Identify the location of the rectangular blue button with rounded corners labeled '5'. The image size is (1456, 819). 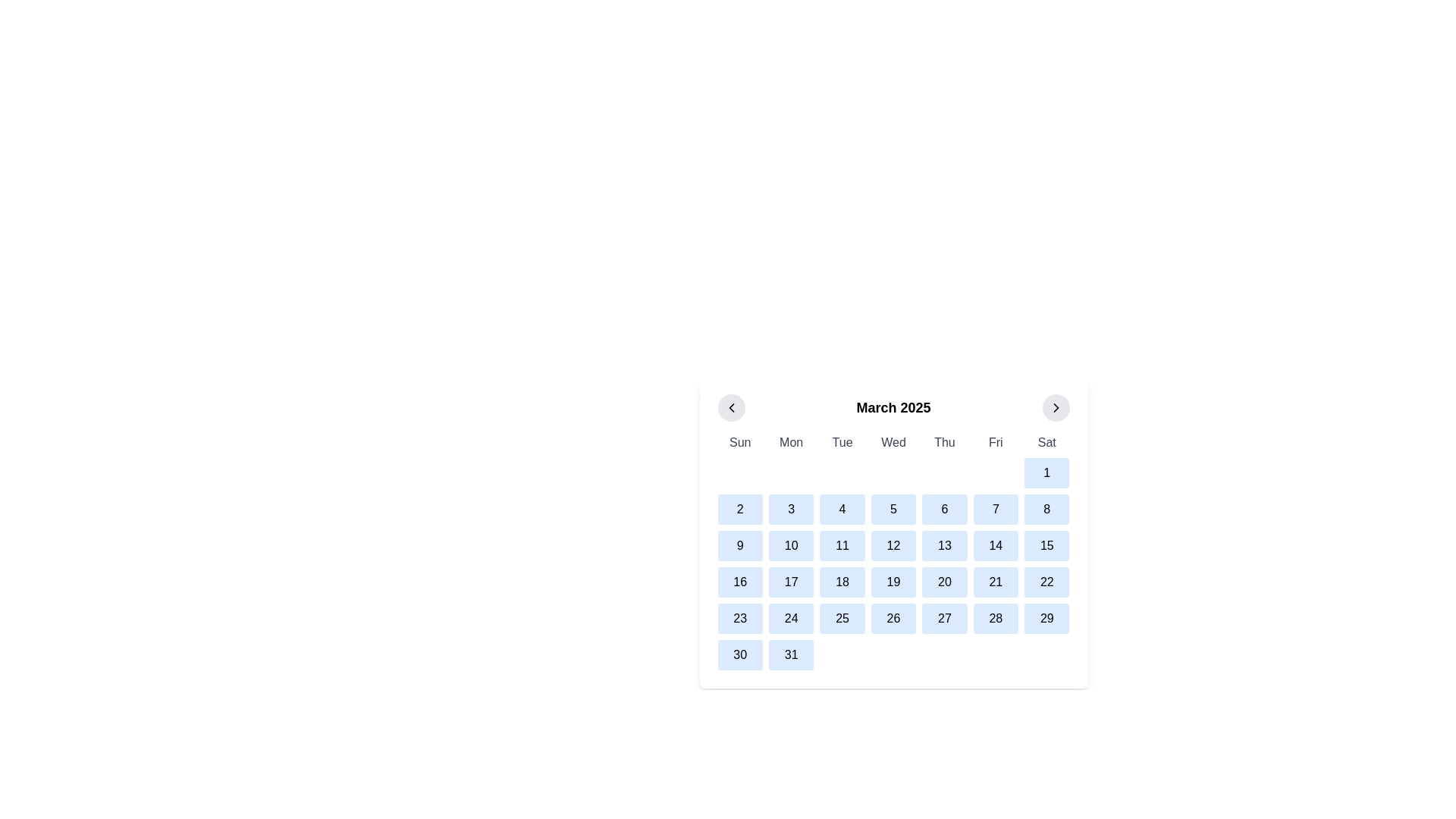
(893, 509).